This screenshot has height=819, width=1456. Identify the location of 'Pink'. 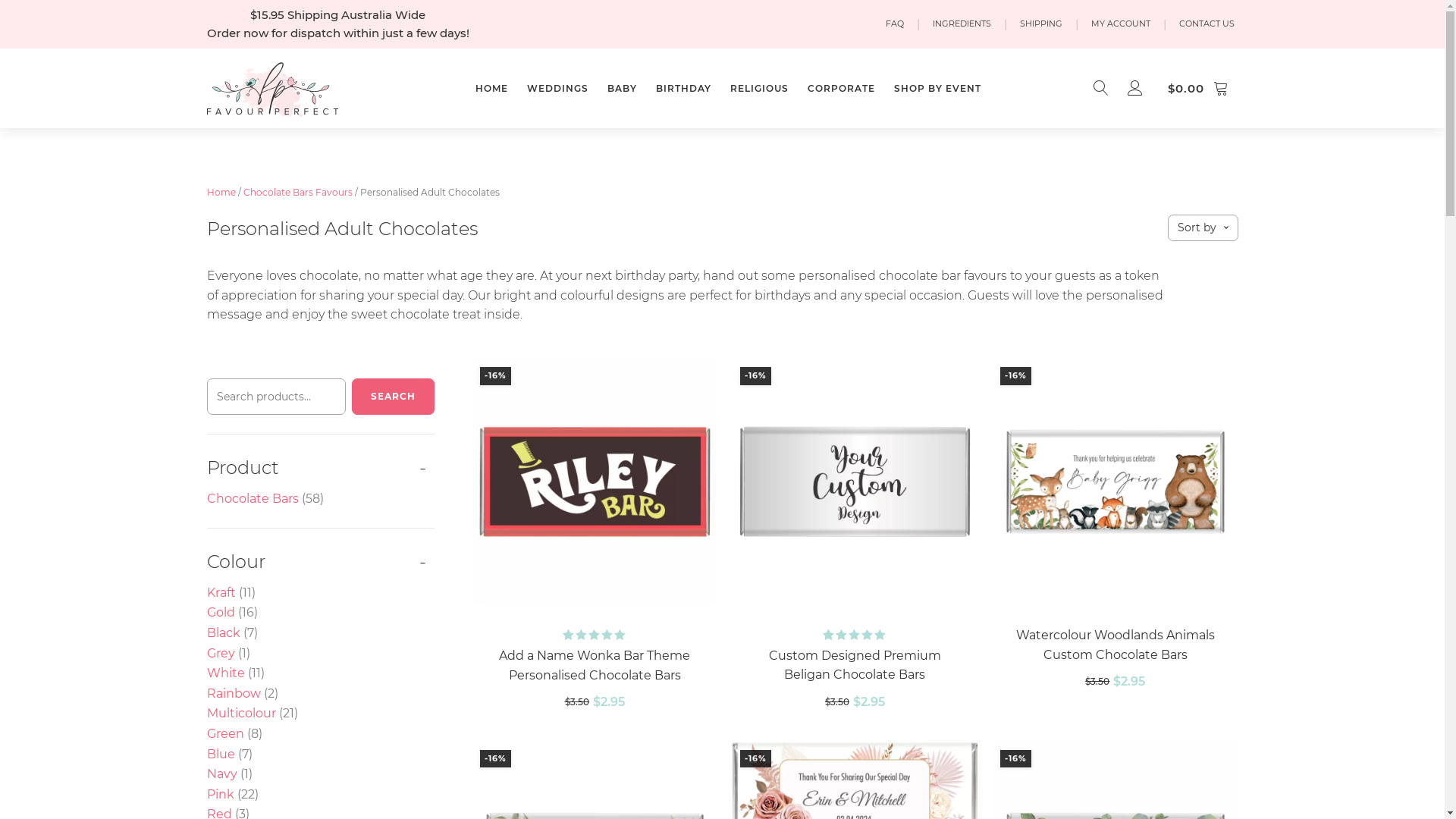
(218, 793).